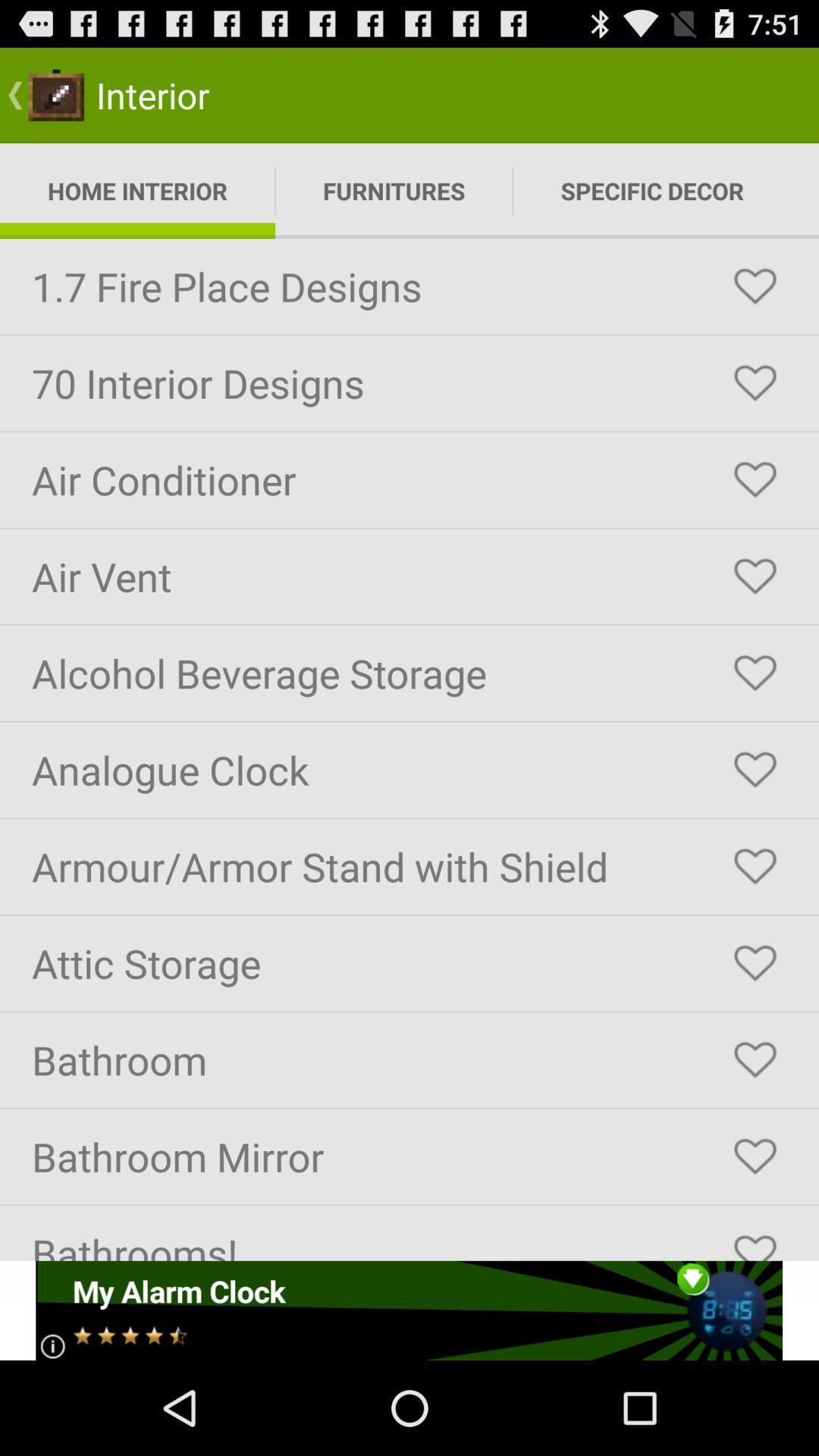 Image resolution: width=819 pixels, height=1456 pixels. I want to click on to favorite, so click(755, 962).